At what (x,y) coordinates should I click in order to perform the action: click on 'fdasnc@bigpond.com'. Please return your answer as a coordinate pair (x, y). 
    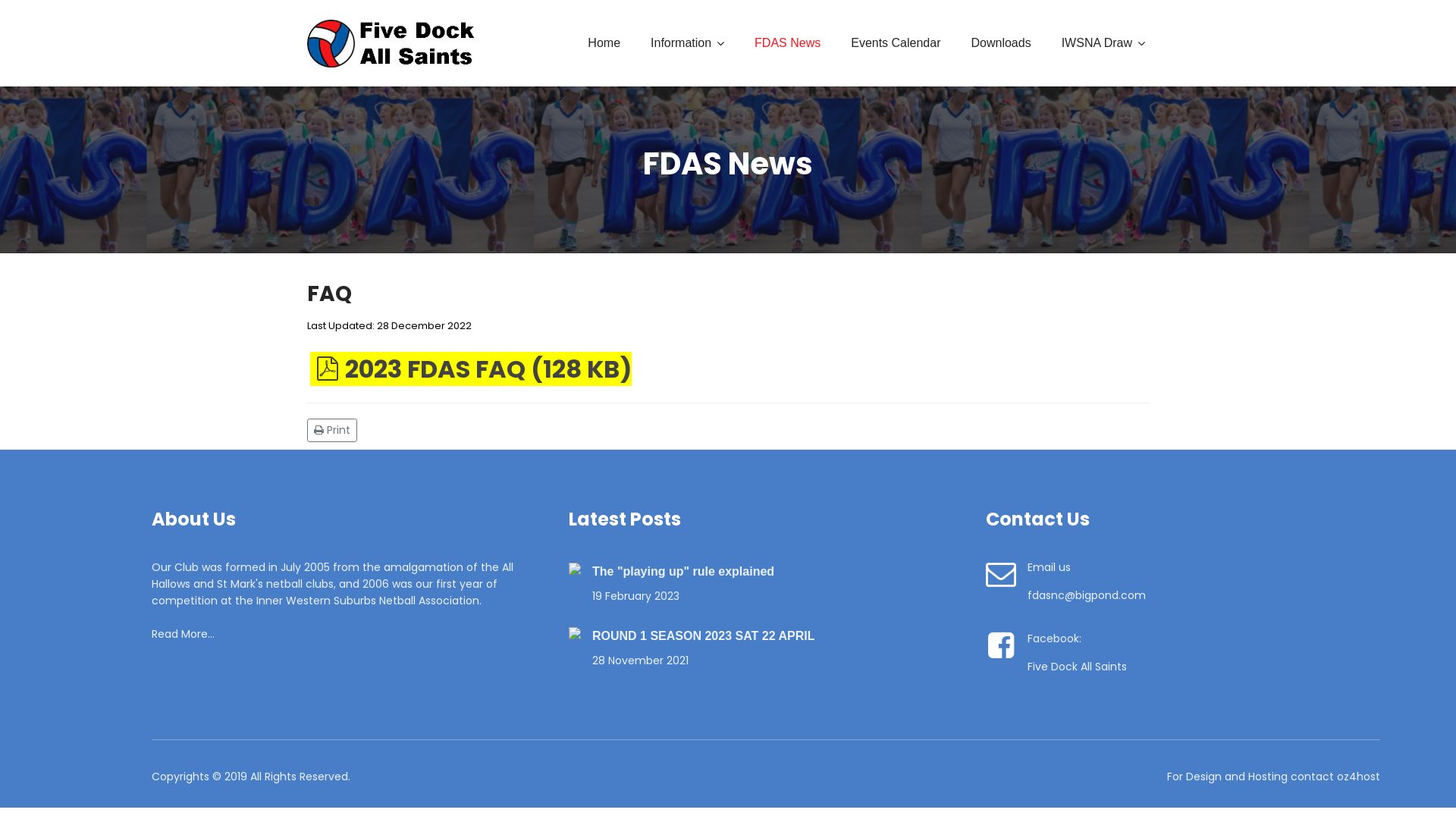
    Looking at the image, I should click on (1086, 595).